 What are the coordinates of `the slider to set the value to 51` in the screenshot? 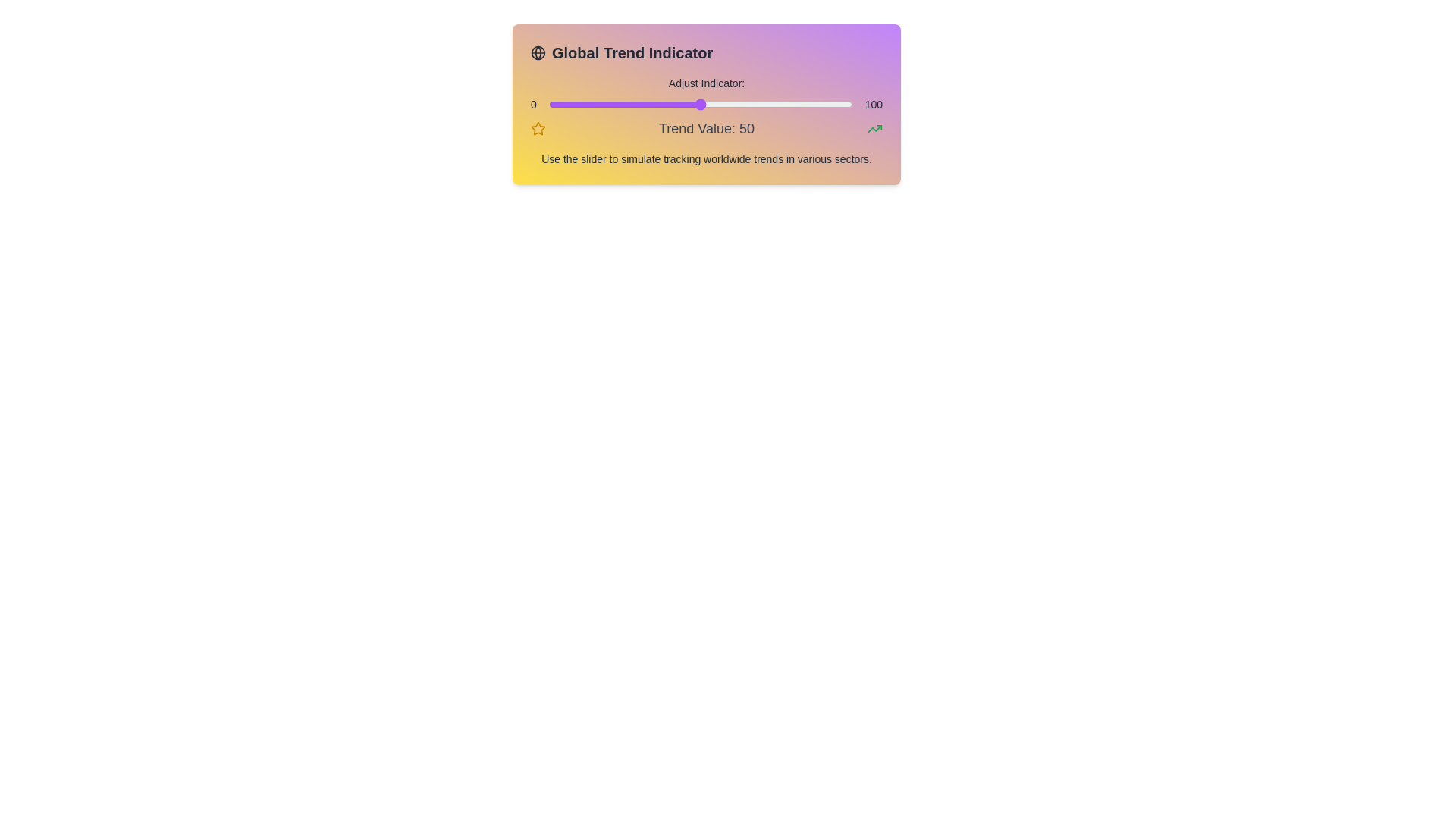 It's located at (703, 104).